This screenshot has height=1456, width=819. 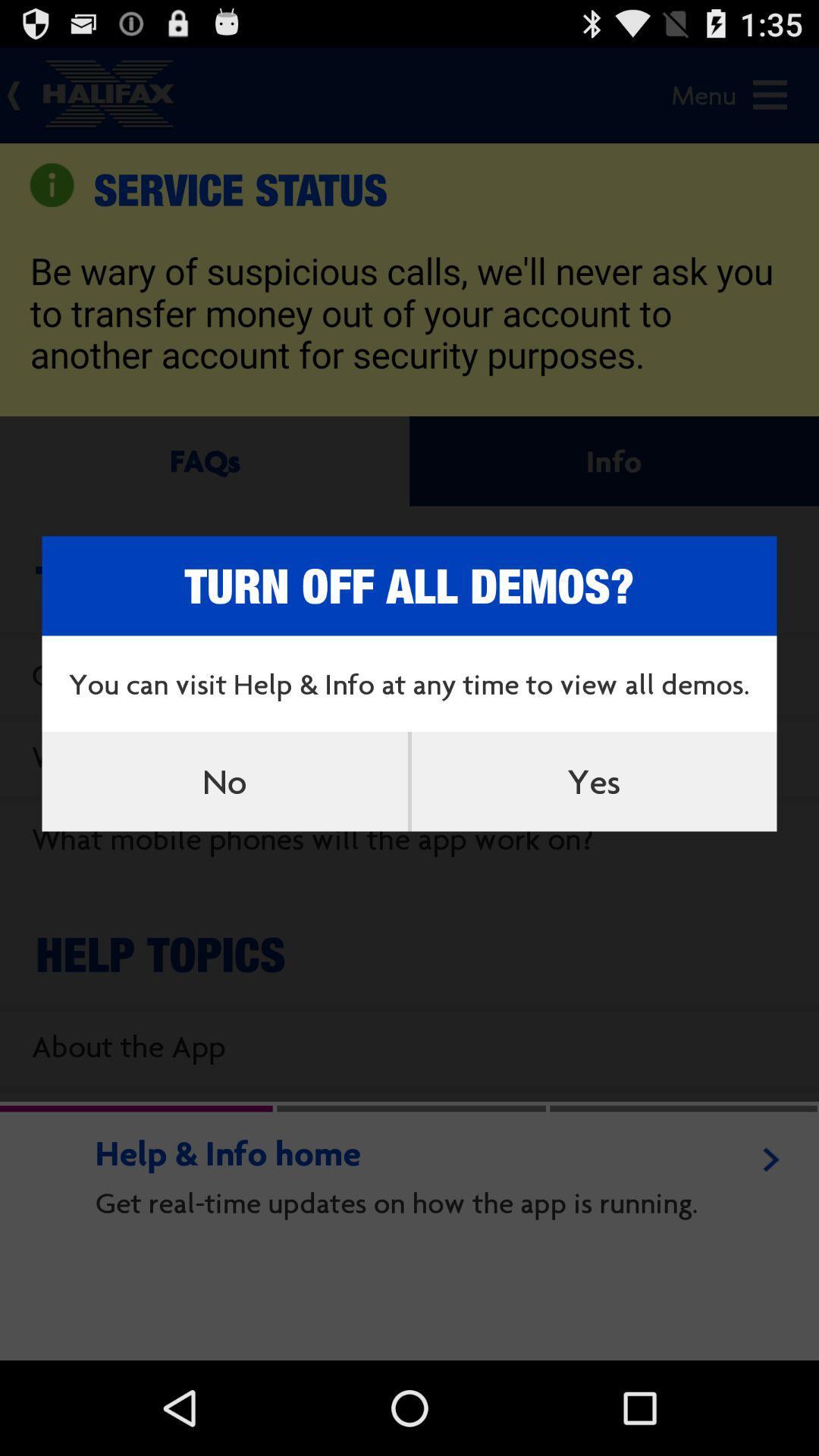 I want to click on no, so click(x=224, y=781).